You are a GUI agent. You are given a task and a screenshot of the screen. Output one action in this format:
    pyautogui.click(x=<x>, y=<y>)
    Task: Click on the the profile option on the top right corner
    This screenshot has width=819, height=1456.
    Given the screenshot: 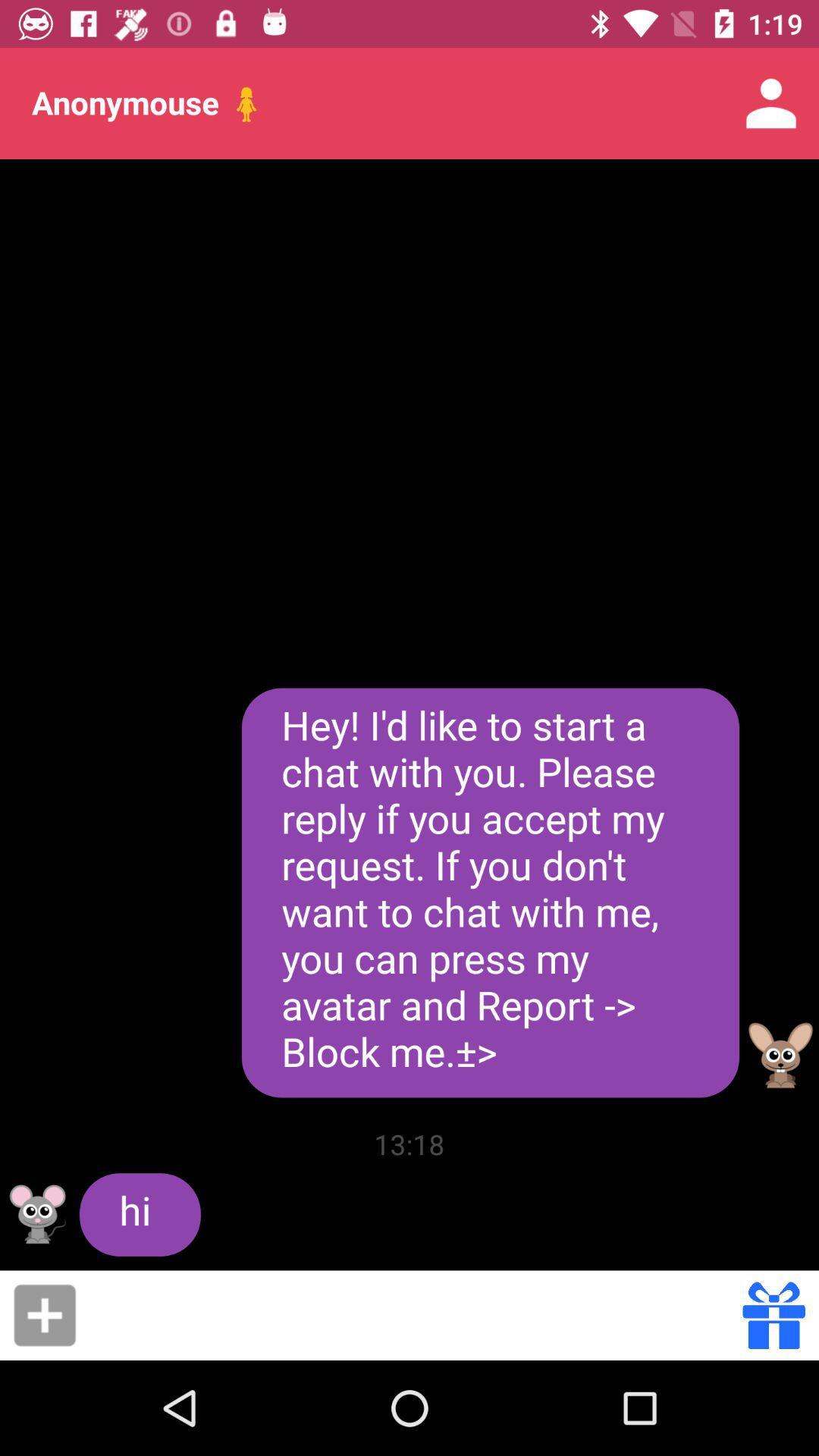 What is the action you would take?
    pyautogui.click(x=771, y=103)
    